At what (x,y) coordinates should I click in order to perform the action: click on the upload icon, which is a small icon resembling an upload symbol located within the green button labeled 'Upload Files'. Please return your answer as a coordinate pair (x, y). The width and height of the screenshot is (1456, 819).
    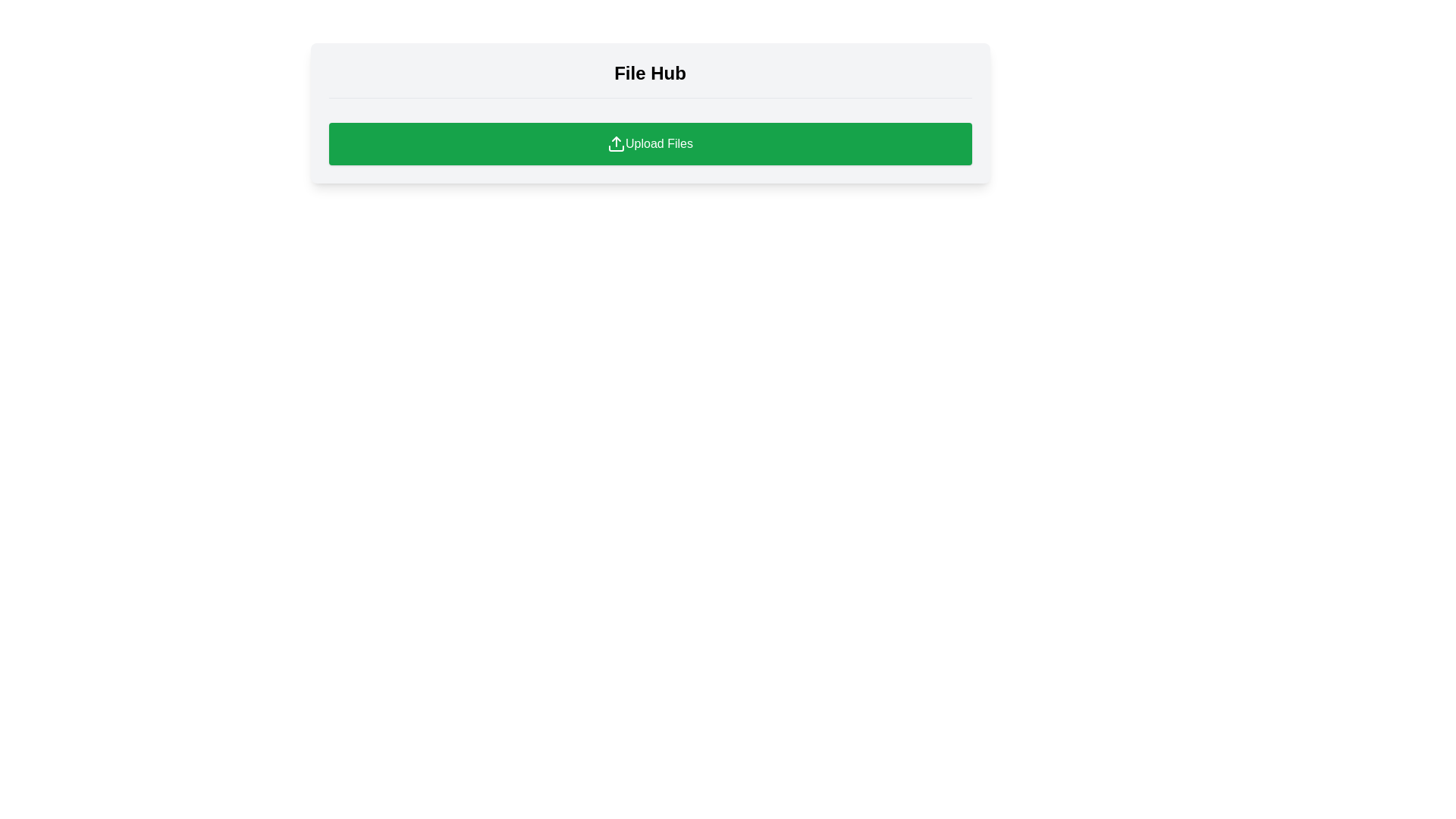
    Looking at the image, I should click on (617, 143).